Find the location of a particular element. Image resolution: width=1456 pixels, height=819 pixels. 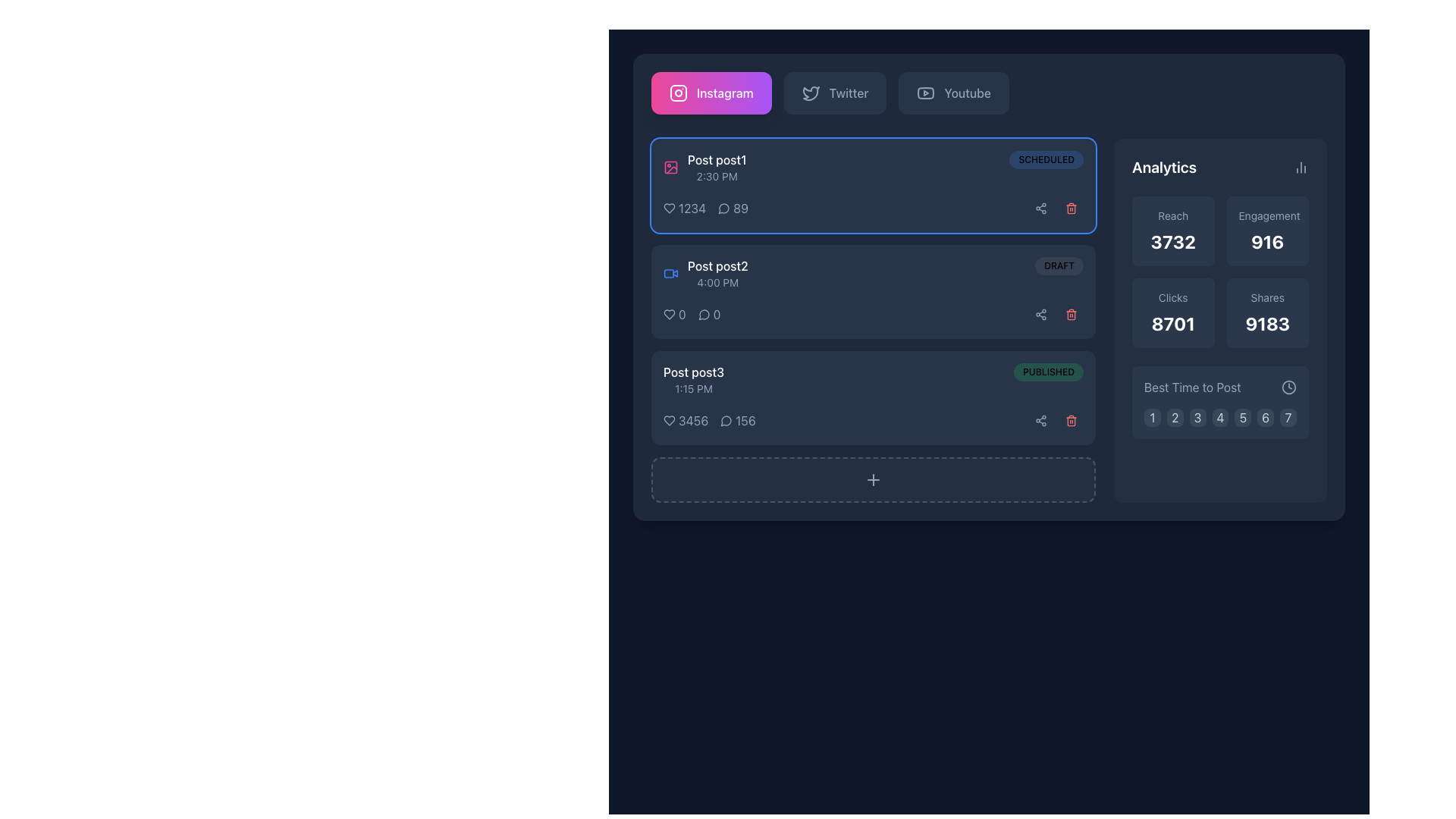

counters within the post draft panel located between 'Post post1' and 'Post post3', which displays information about a draft post including its title, timestamp, likes, and comments is located at coordinates (874, 292).